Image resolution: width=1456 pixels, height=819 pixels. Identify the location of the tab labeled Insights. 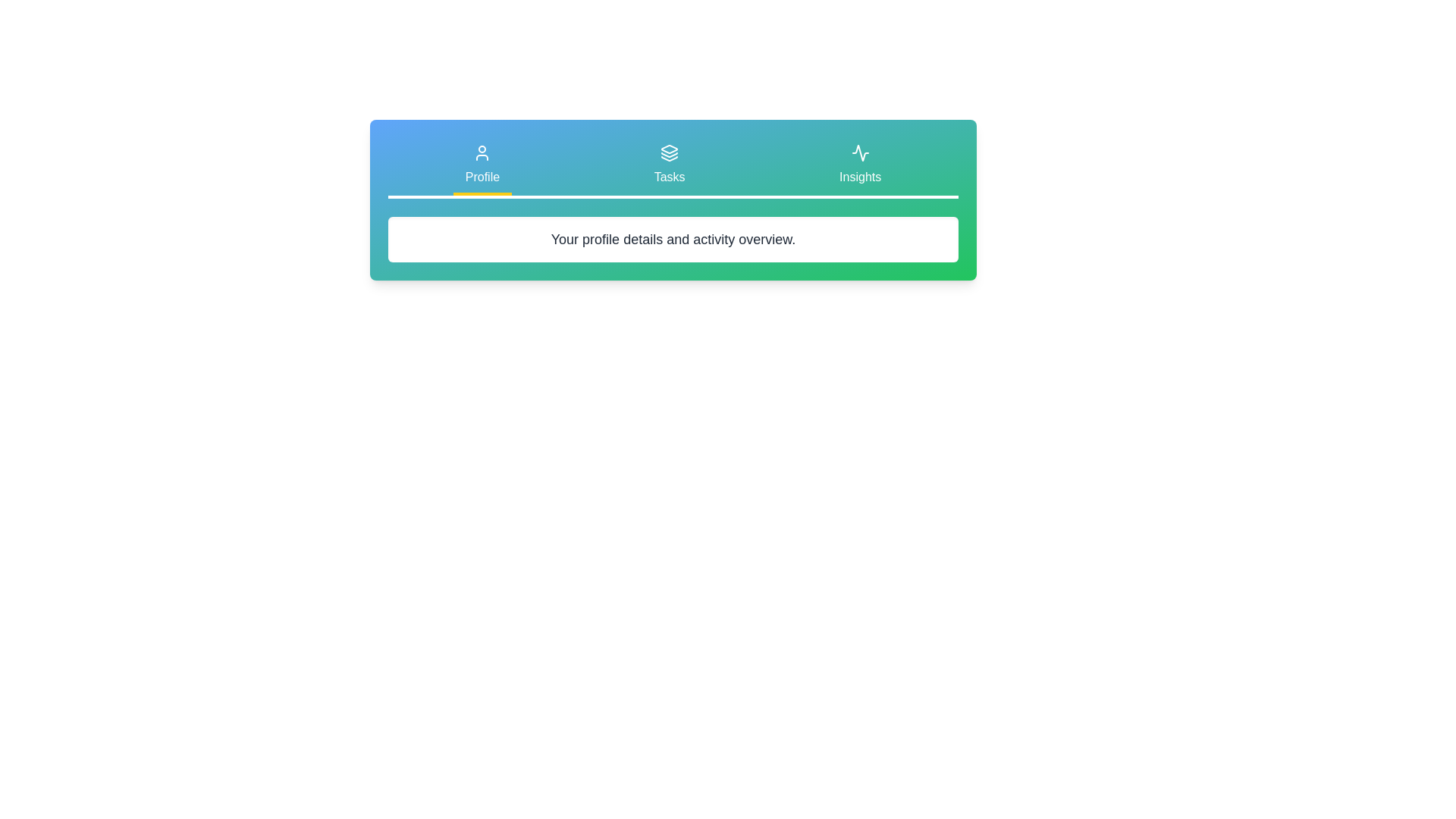
(859, 166).